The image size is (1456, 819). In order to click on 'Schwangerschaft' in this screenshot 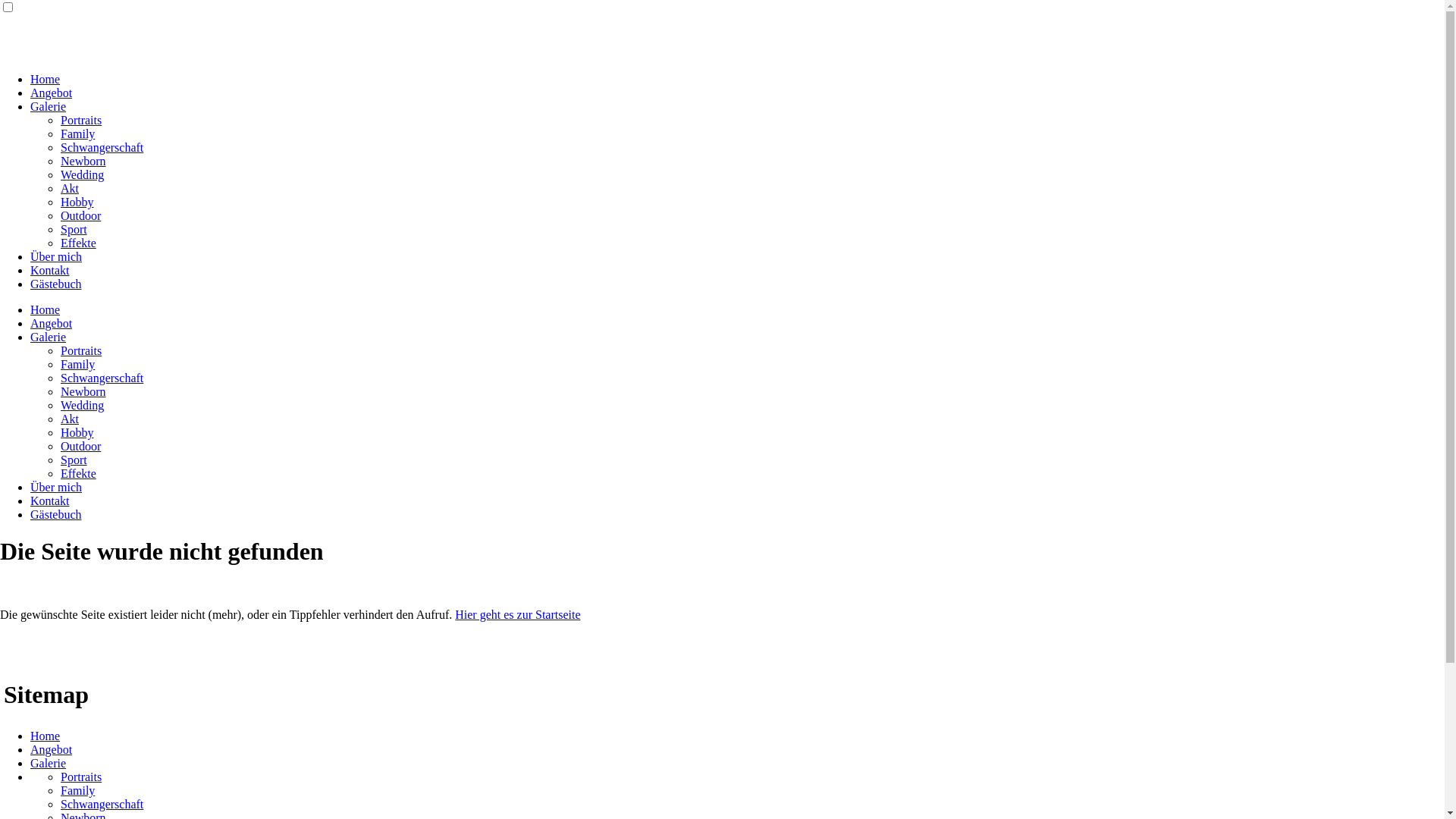, I will do `click(101, 377)`.